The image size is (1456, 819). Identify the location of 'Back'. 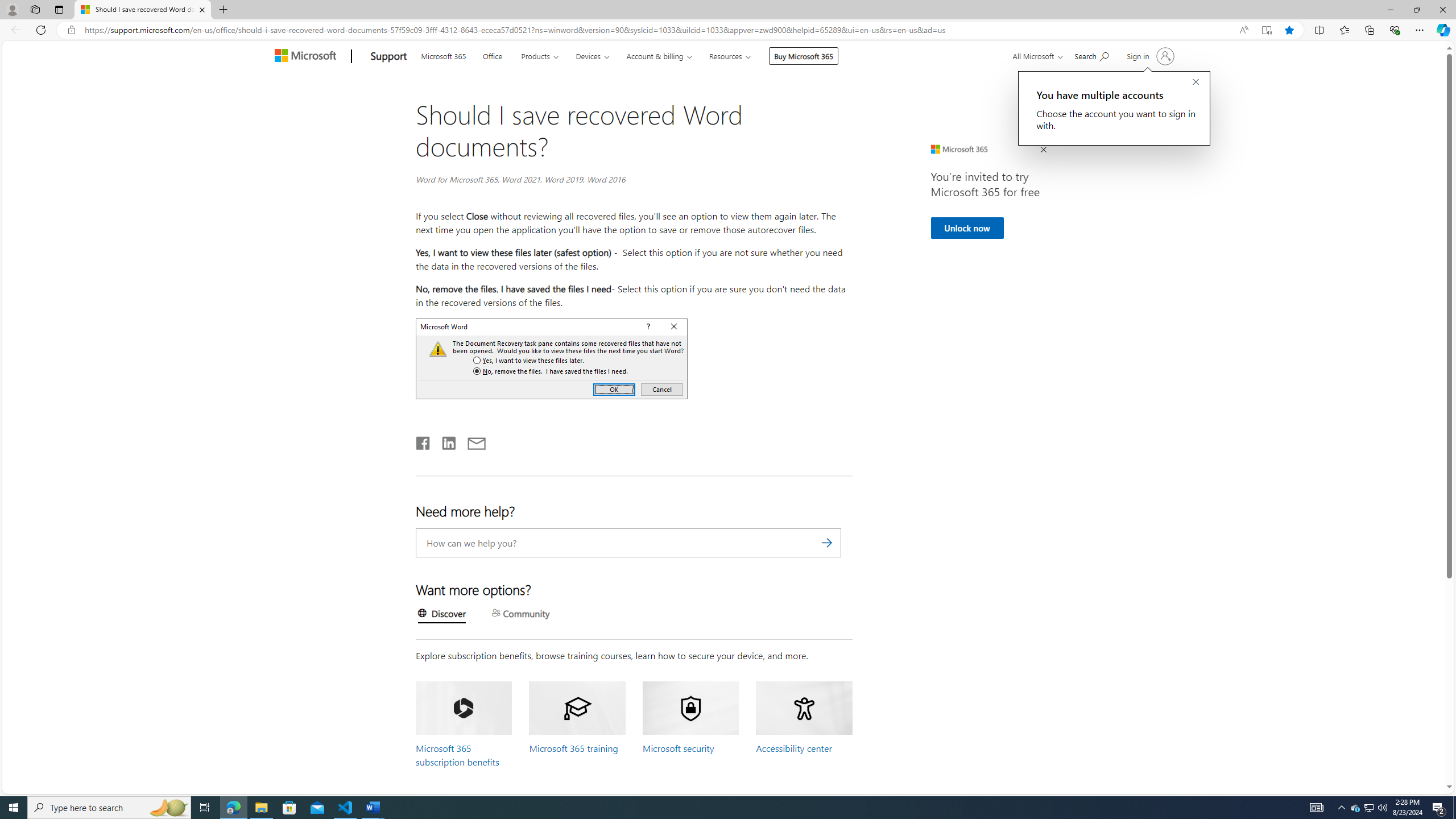
(14, 29).